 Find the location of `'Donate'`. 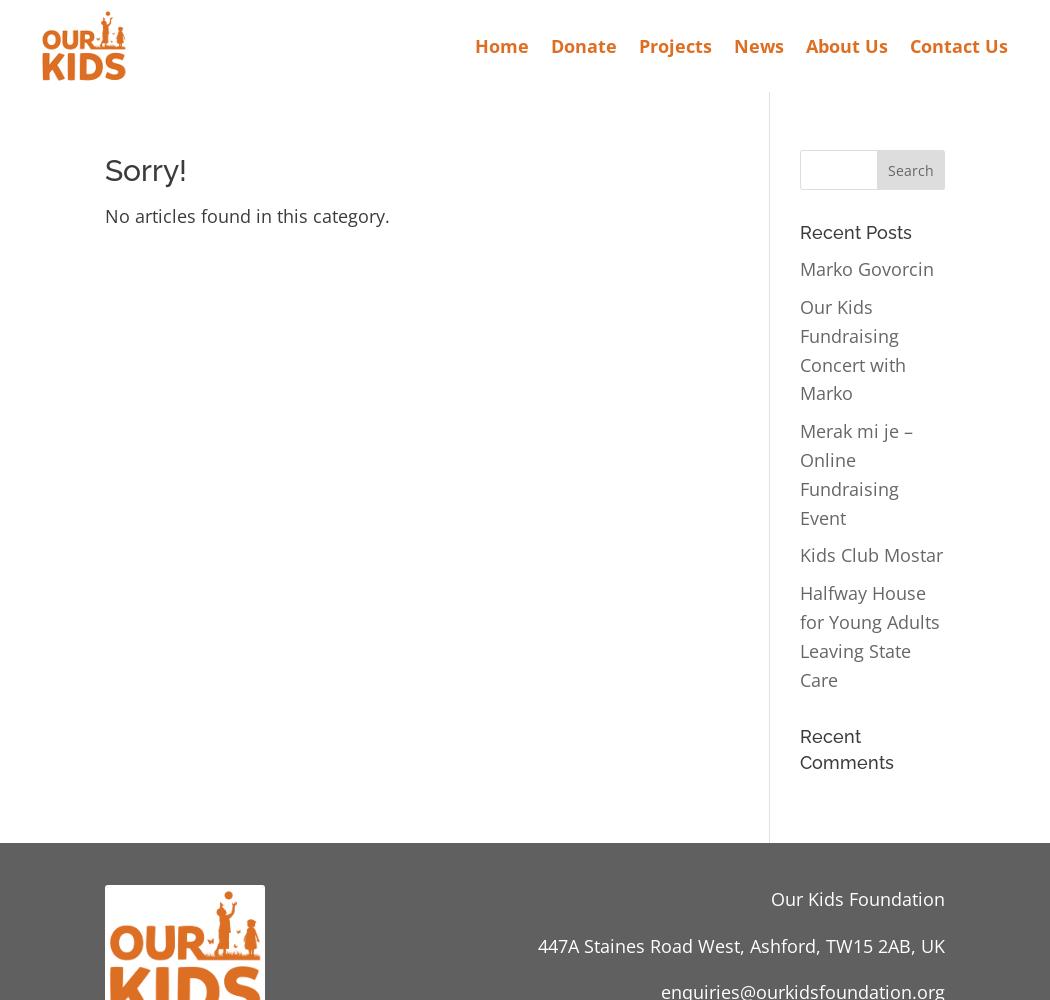

'Donate' is located at coordinates (583, 46).